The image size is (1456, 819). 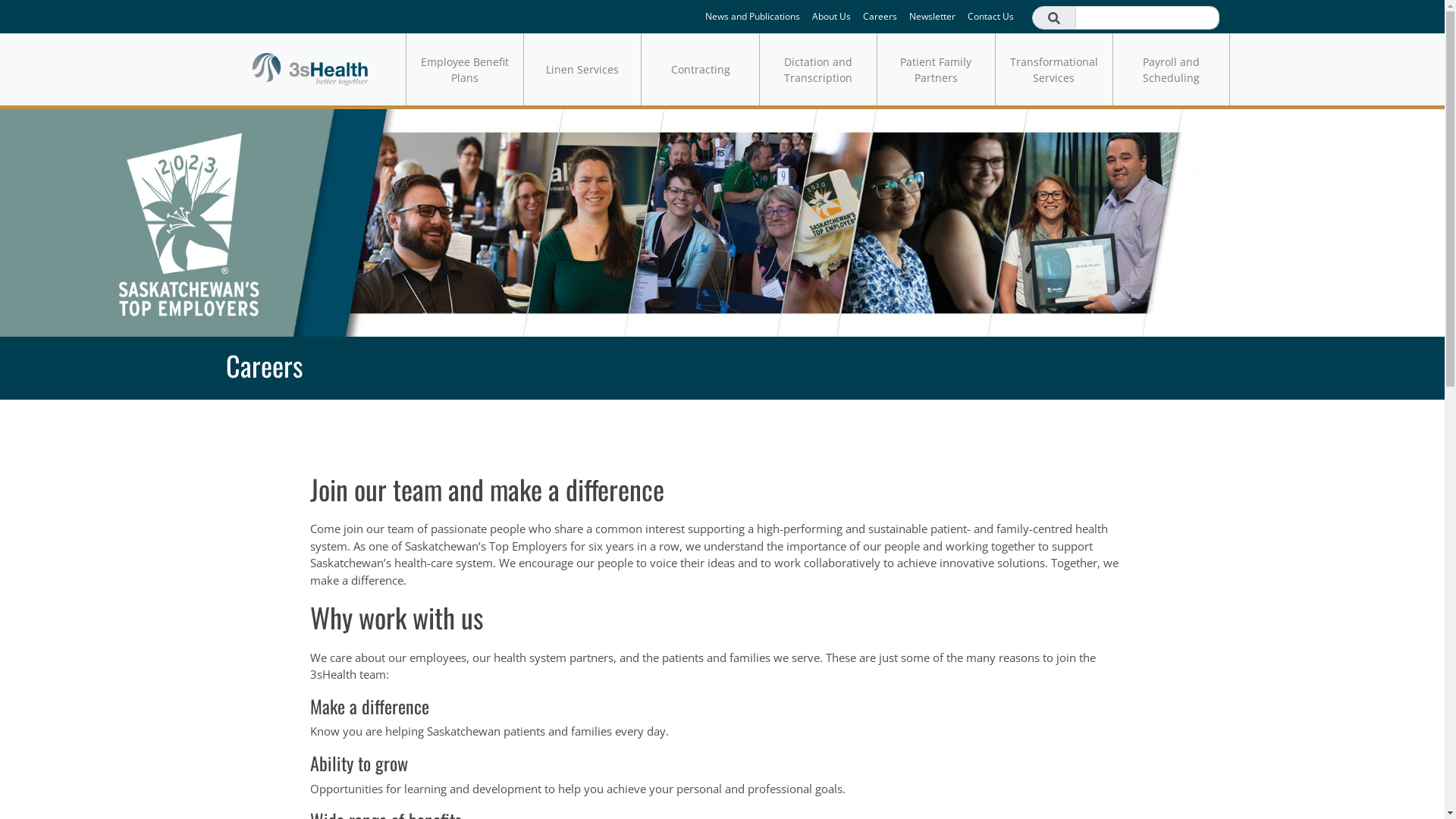 I want to click on 'Payroll and Scheduling', so click(x=1112, y=69).